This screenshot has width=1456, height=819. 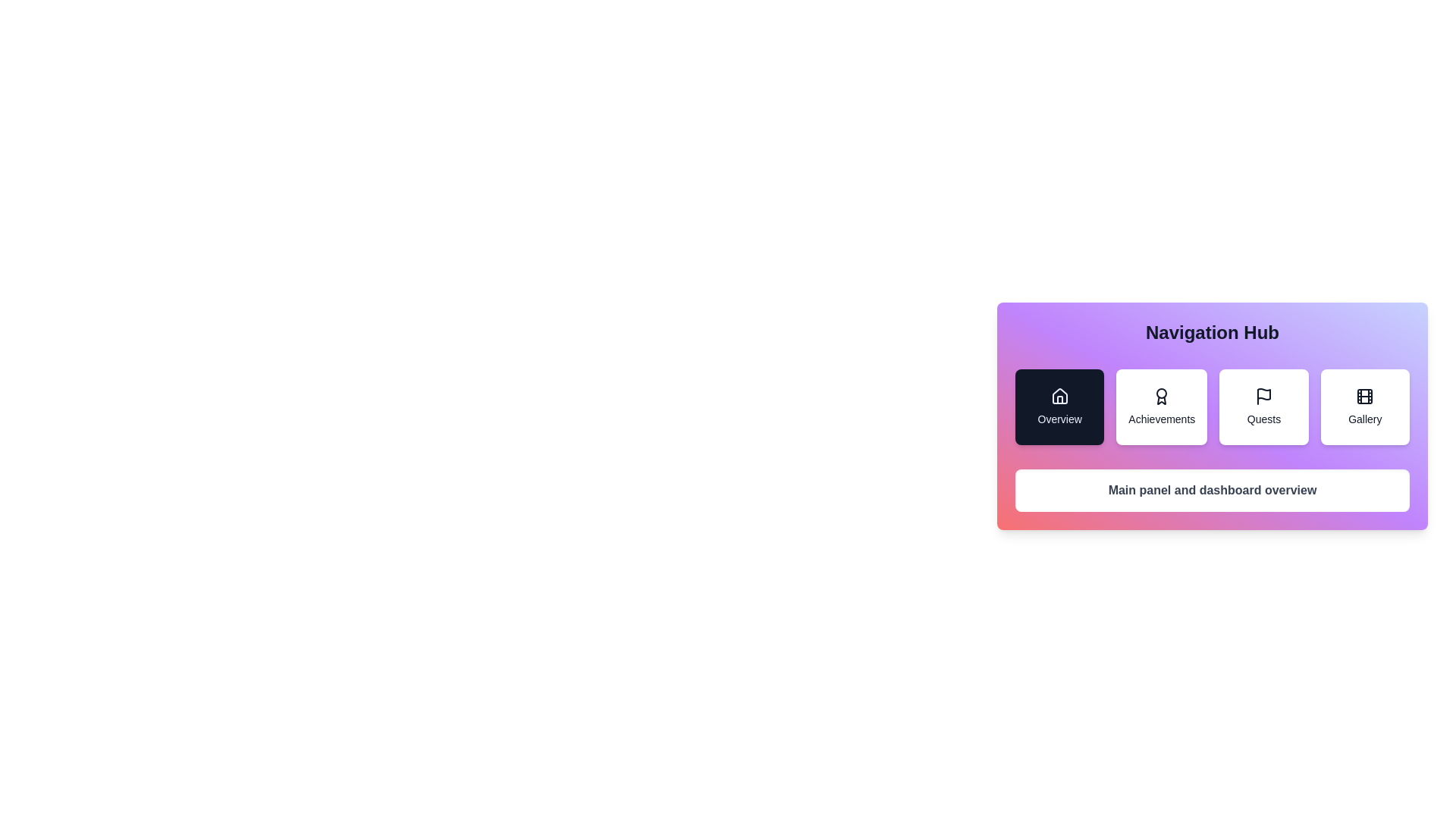 What do you see at coordinates (1263, 406) in the screenshot?
I see `the 'Quests' button, which is a white rectangular button with rounded corners and a flag icon` at bounding box center [1263, 406].